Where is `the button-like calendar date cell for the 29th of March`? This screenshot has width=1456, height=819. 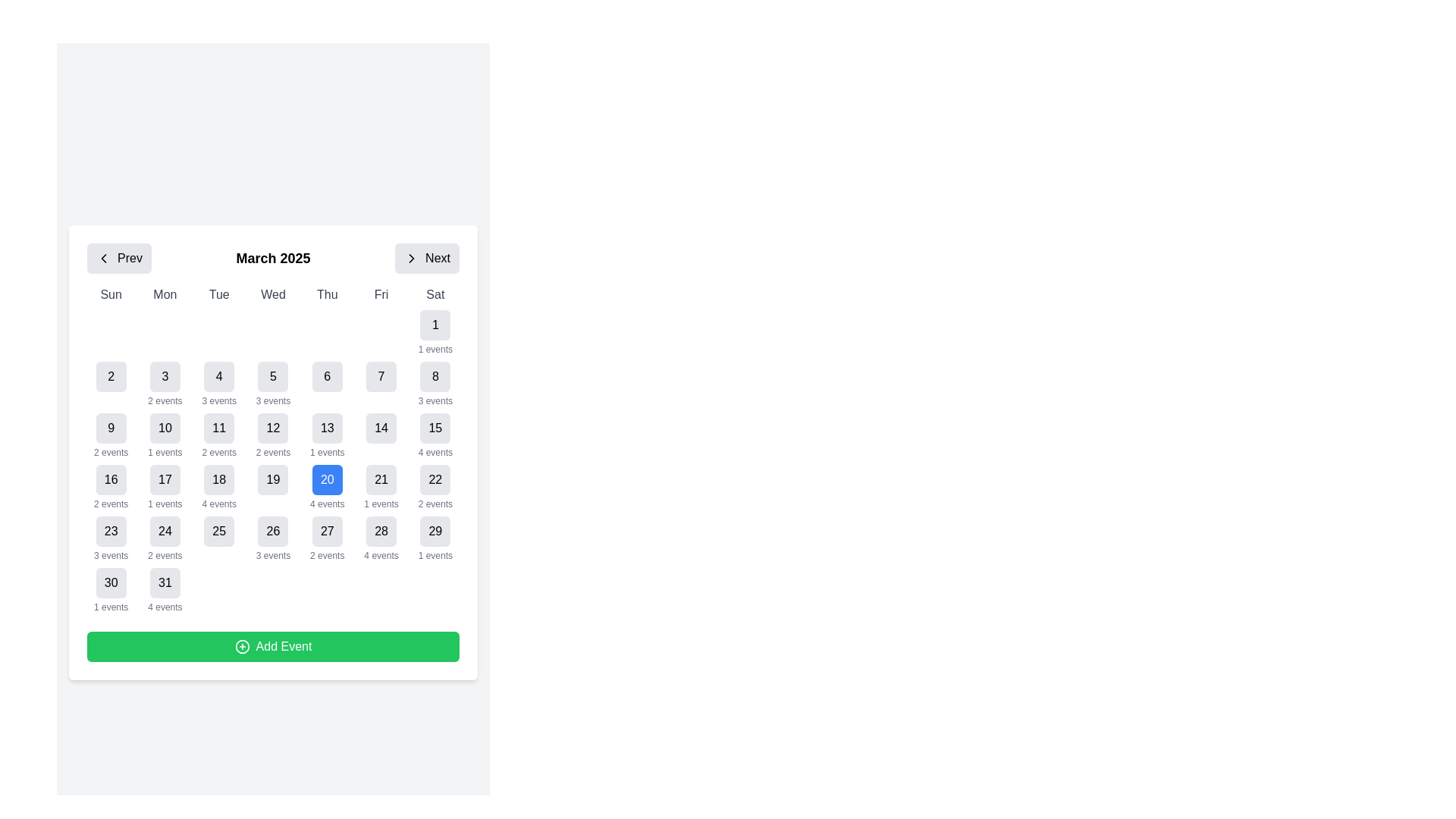
the button-like calendar date cell for the 29th of March is located at coordinates (435, 538).